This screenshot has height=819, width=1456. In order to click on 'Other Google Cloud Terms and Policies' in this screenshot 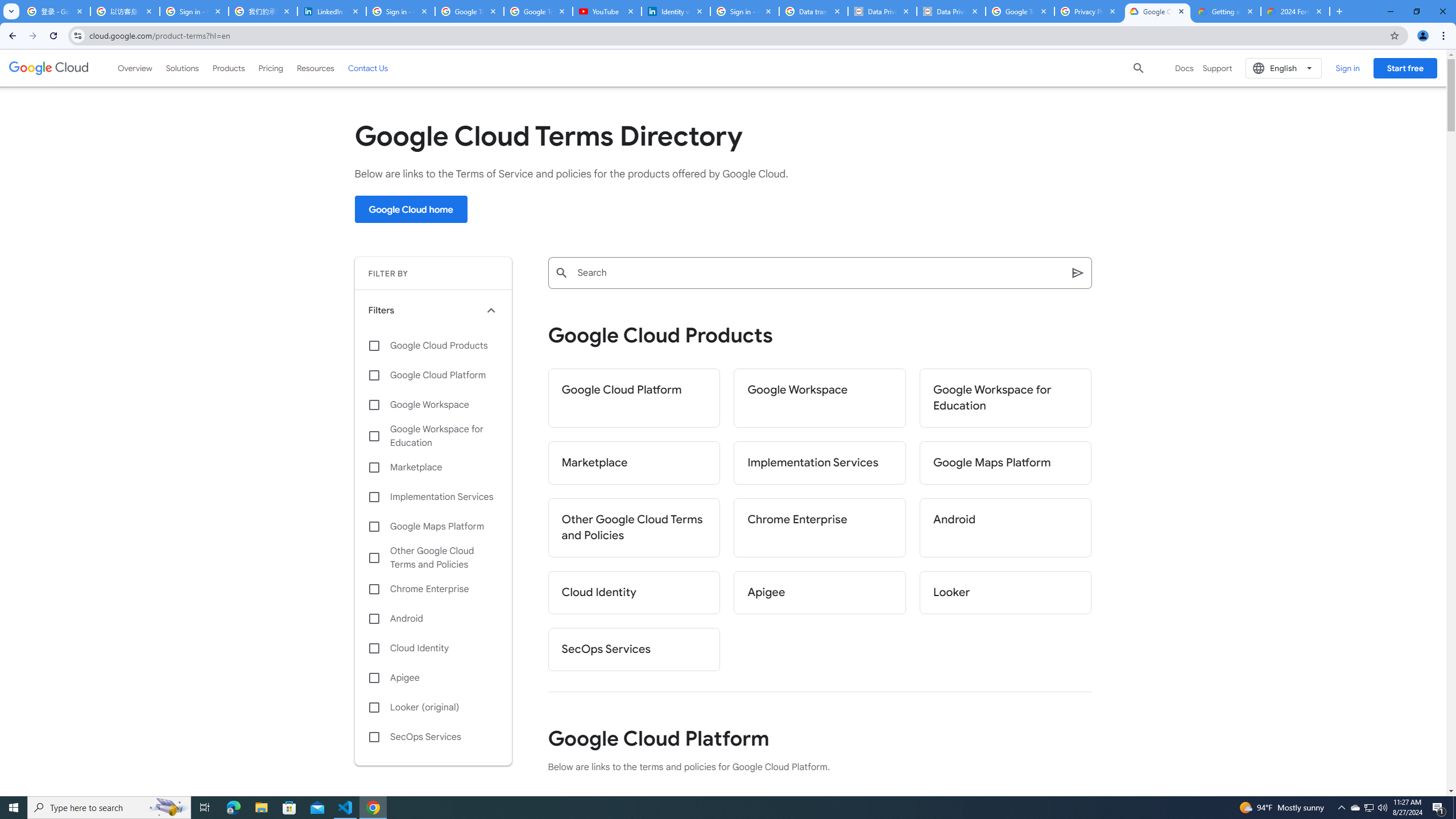, I will do `click(633, 527)`.